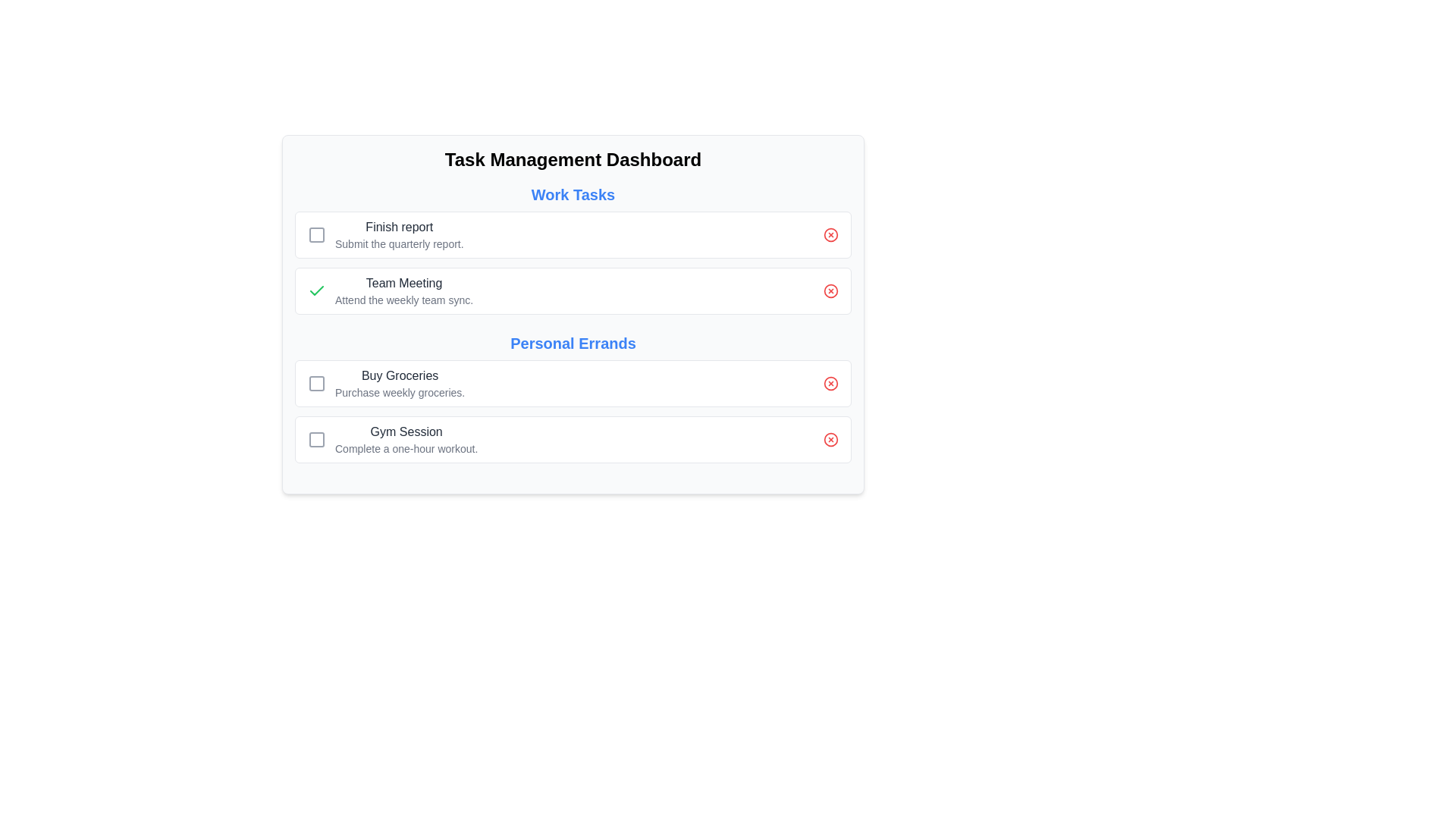 Image resolution: width=1456 pixels, height=819 pixels. Describe the element at coordinates (572, 234) in the screenshot. I see `text of the first task item in the 'Work Tasks' list, which includes a checkbox and a red button for removal` at that location.